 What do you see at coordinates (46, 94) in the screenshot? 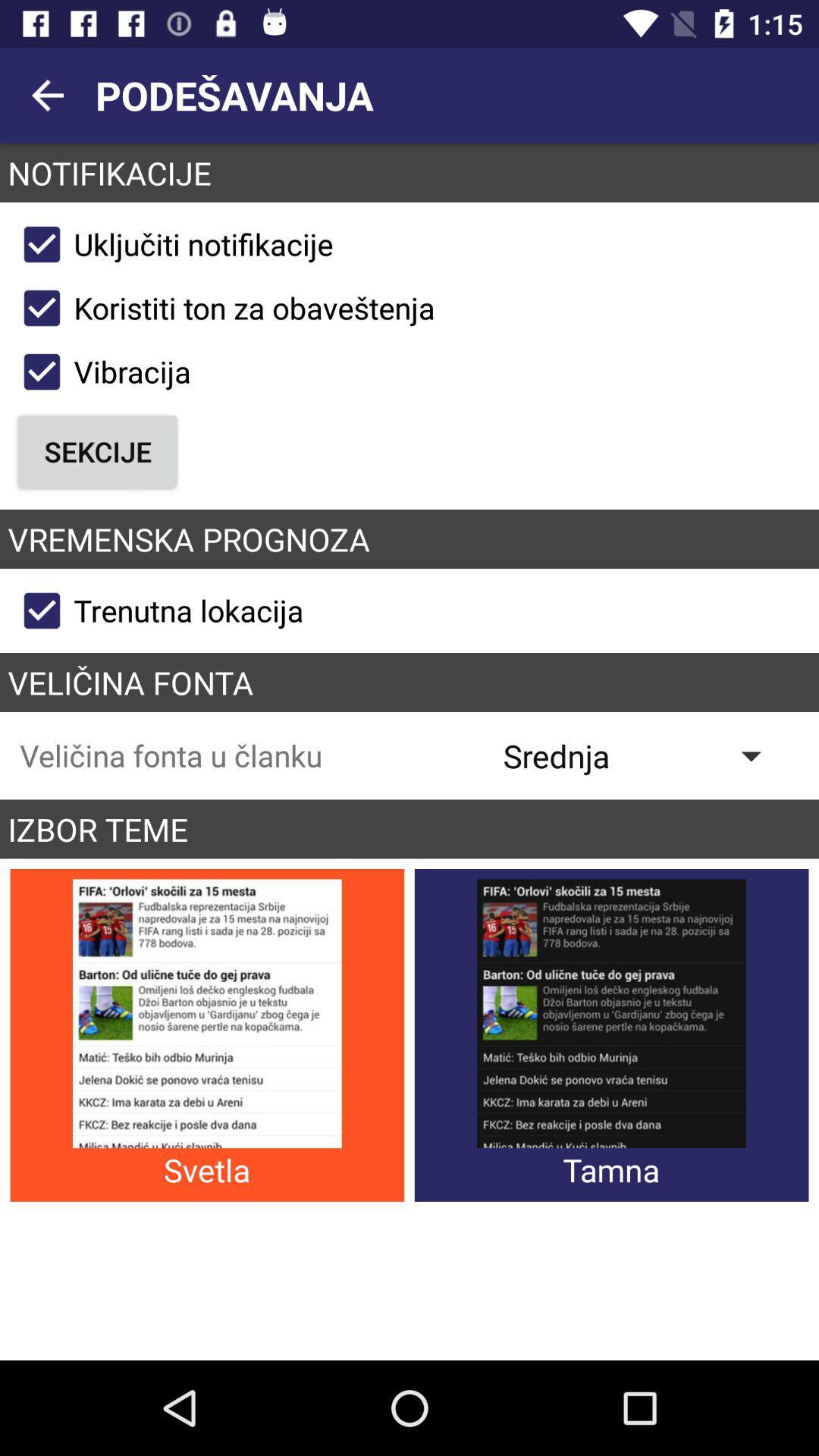
I see `the arrow_backward icon` at bounding box center [46, 94].